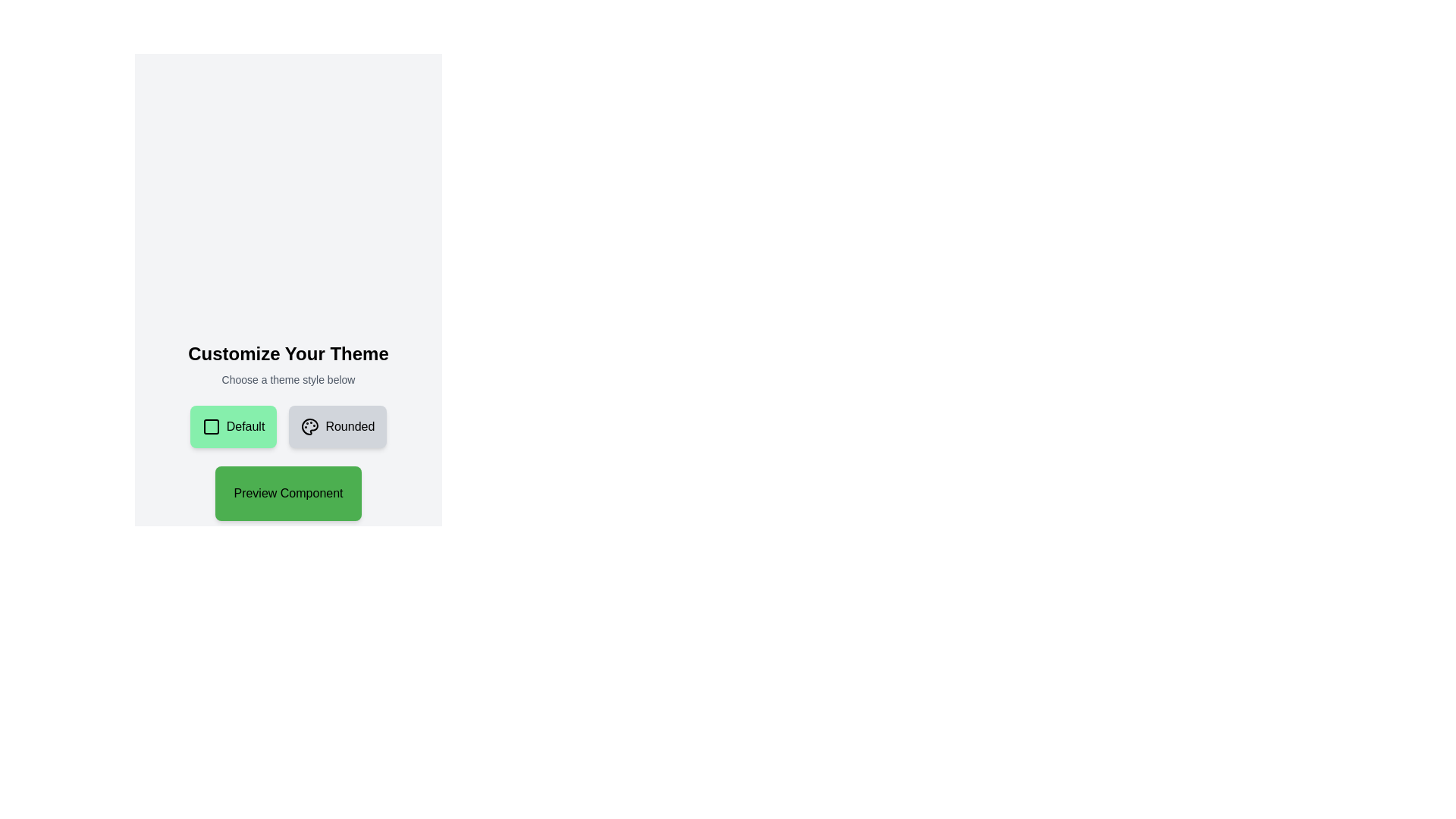 This screenshot has height=819, width=1456. Describe the element at coordinates (337, 427) in the screenshot. I see `the rounded button with a gray background and 'Rounded' text aligned to the right of a paint palette icon for possible visual feedback` at that location.